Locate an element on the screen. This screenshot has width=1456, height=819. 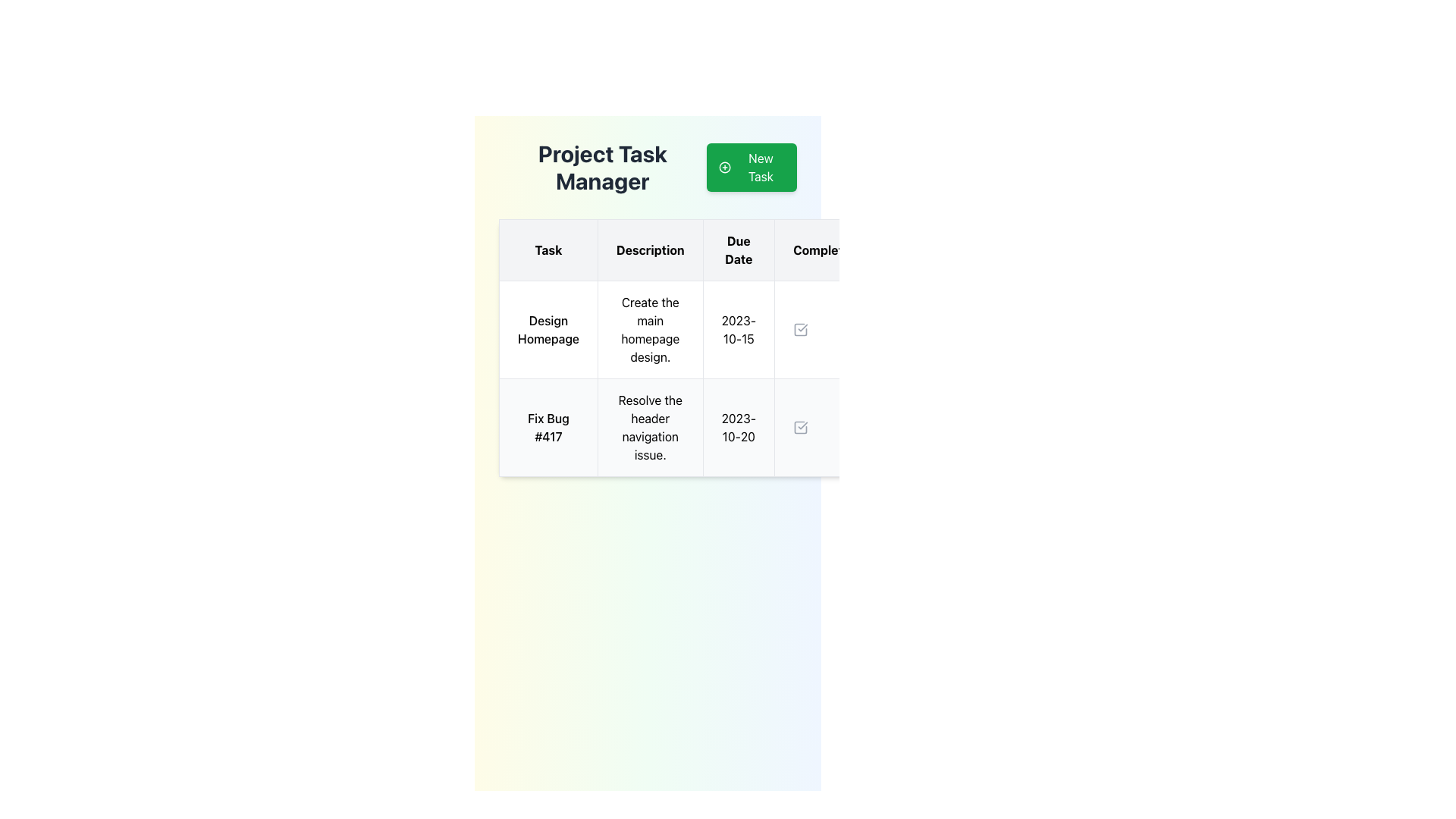
interactive cells within the task manager table located directly below the 'Project Task Manager' and 'New Task' button is located at coordinates (723, 348).